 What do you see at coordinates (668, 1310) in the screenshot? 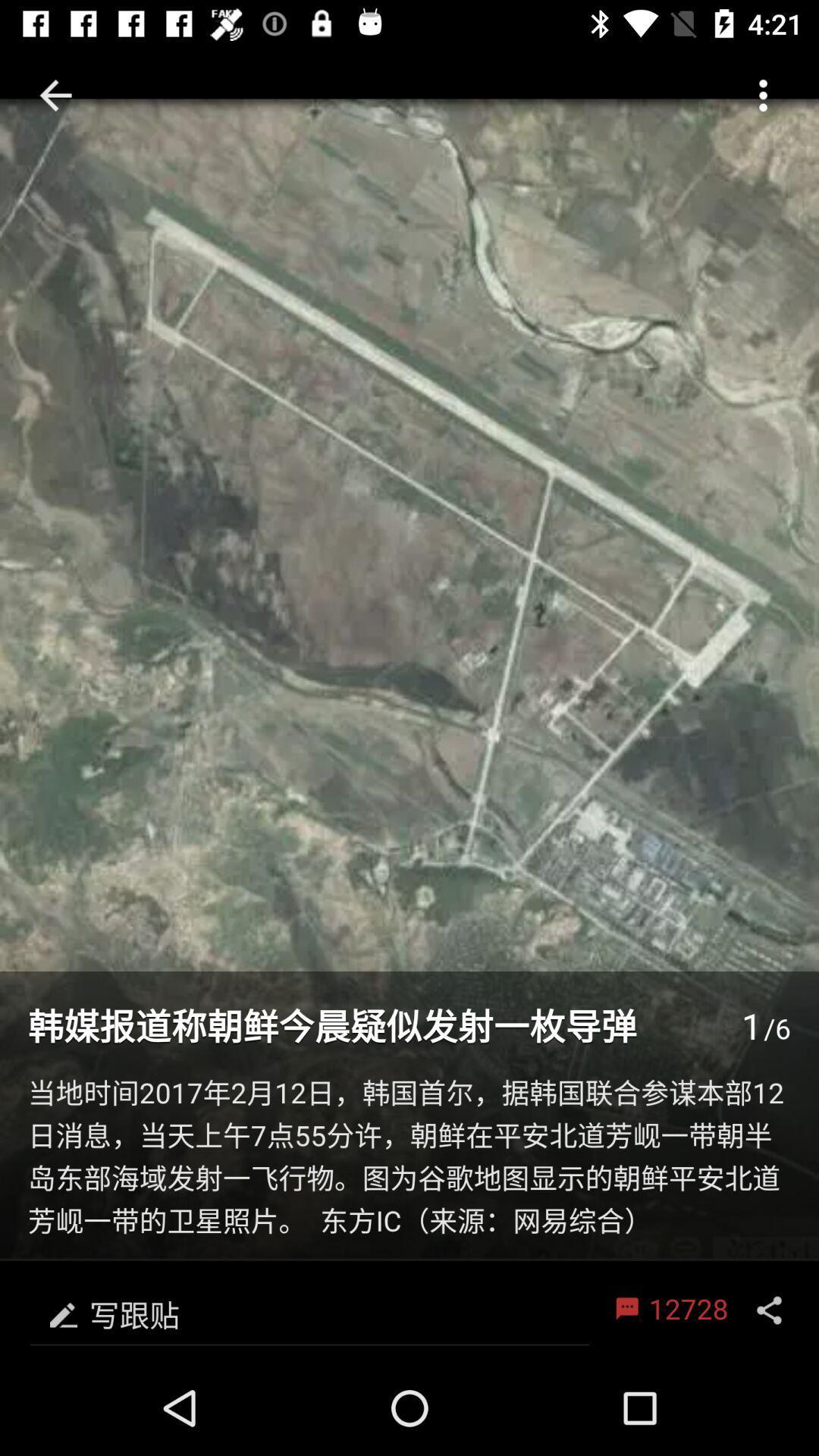
I see `12728 icon` at bounding box center [668, 1310].